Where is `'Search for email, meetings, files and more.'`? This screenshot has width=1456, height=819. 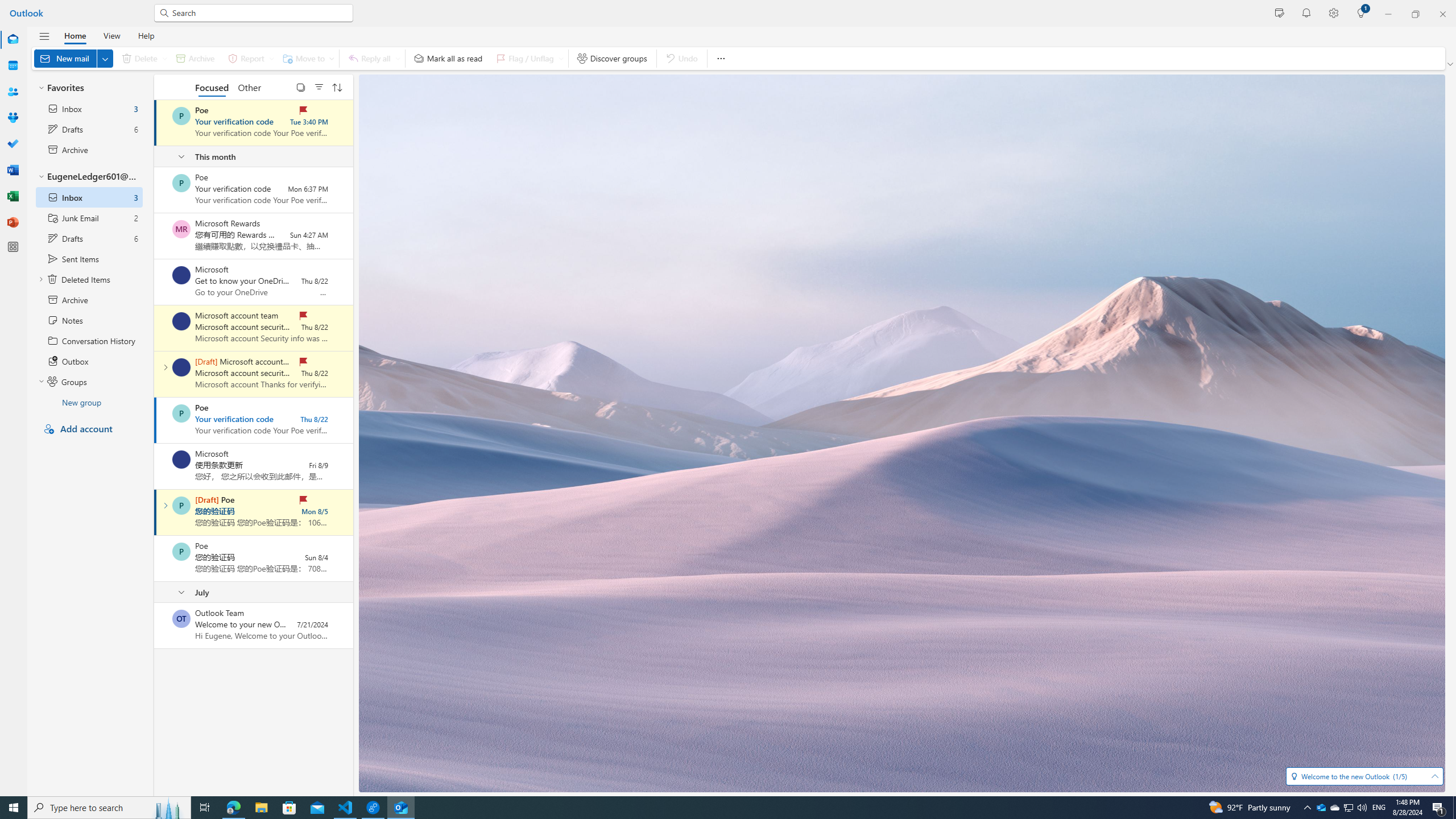 'Search for email, meetings, files and more.' is located at coordinates (258, 13).